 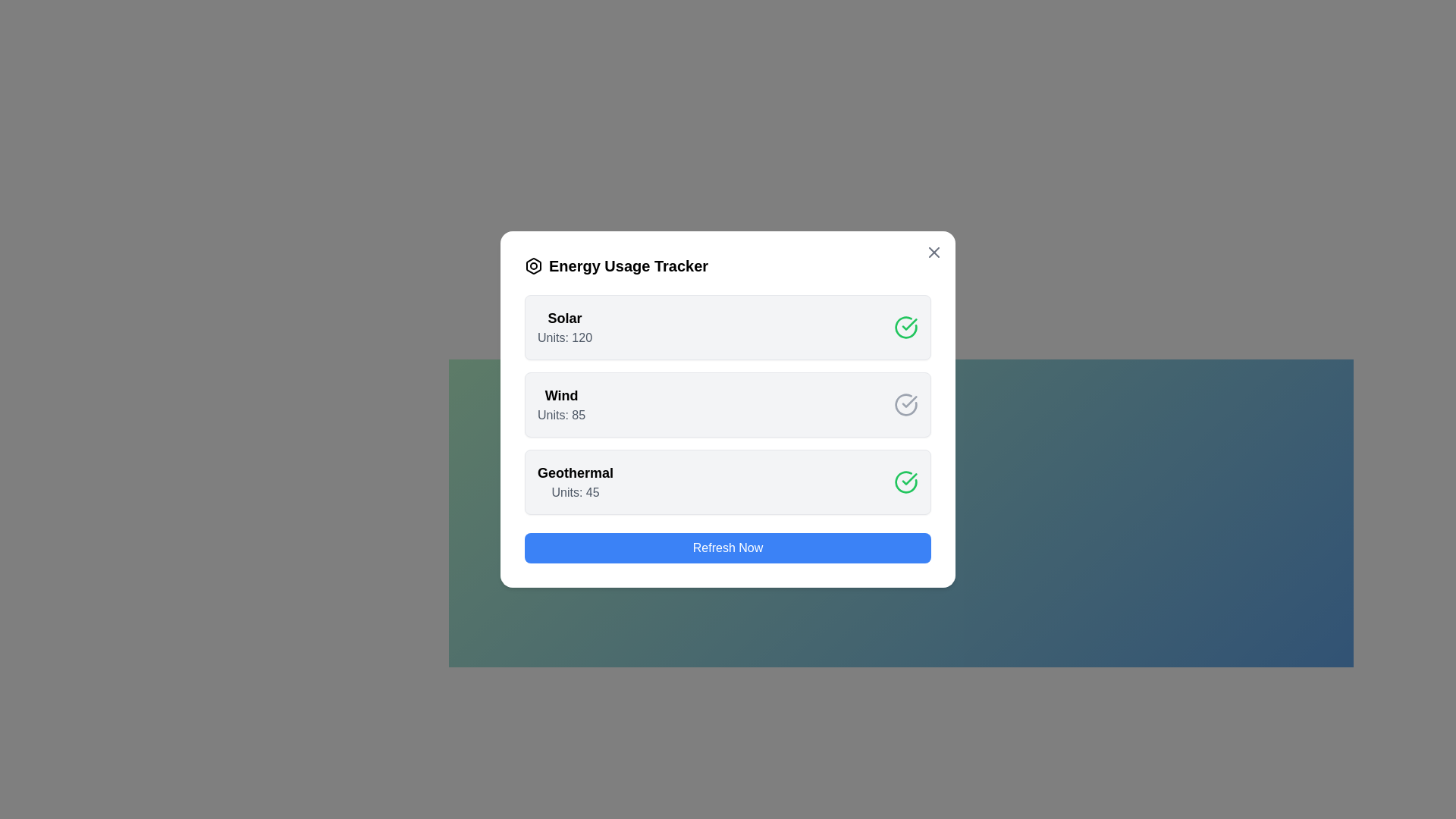 What do you see at coordinates (906, 327) in the screenshot?
I see `the status indicator icon associated with the 'Solar' row in the Energy Usage Tracker interface, located in the top-right corner of the row` at bounding box center [906, 327].